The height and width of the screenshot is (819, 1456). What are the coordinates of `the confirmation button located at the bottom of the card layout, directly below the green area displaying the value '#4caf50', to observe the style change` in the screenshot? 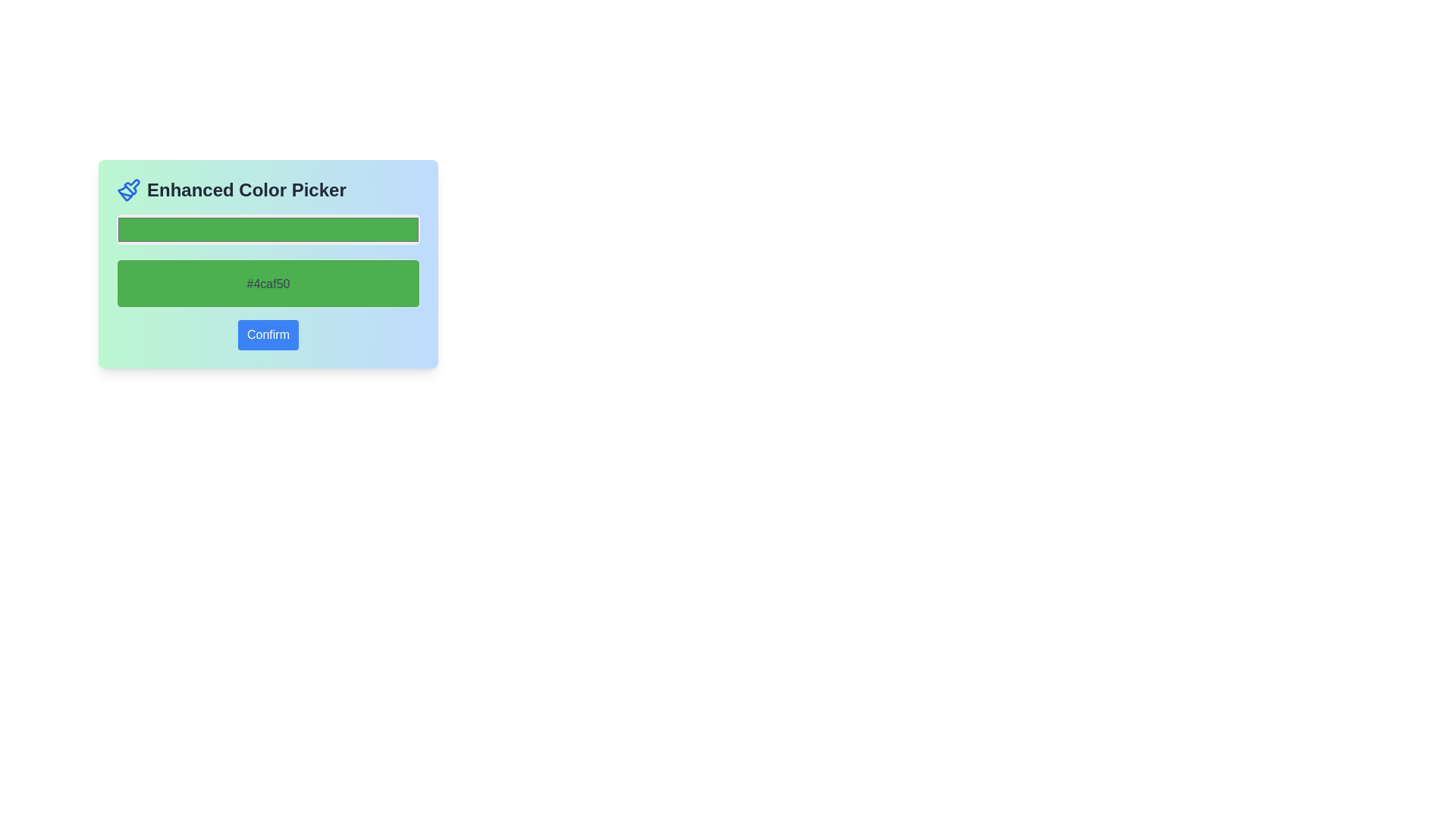 It's located at (268, 334).